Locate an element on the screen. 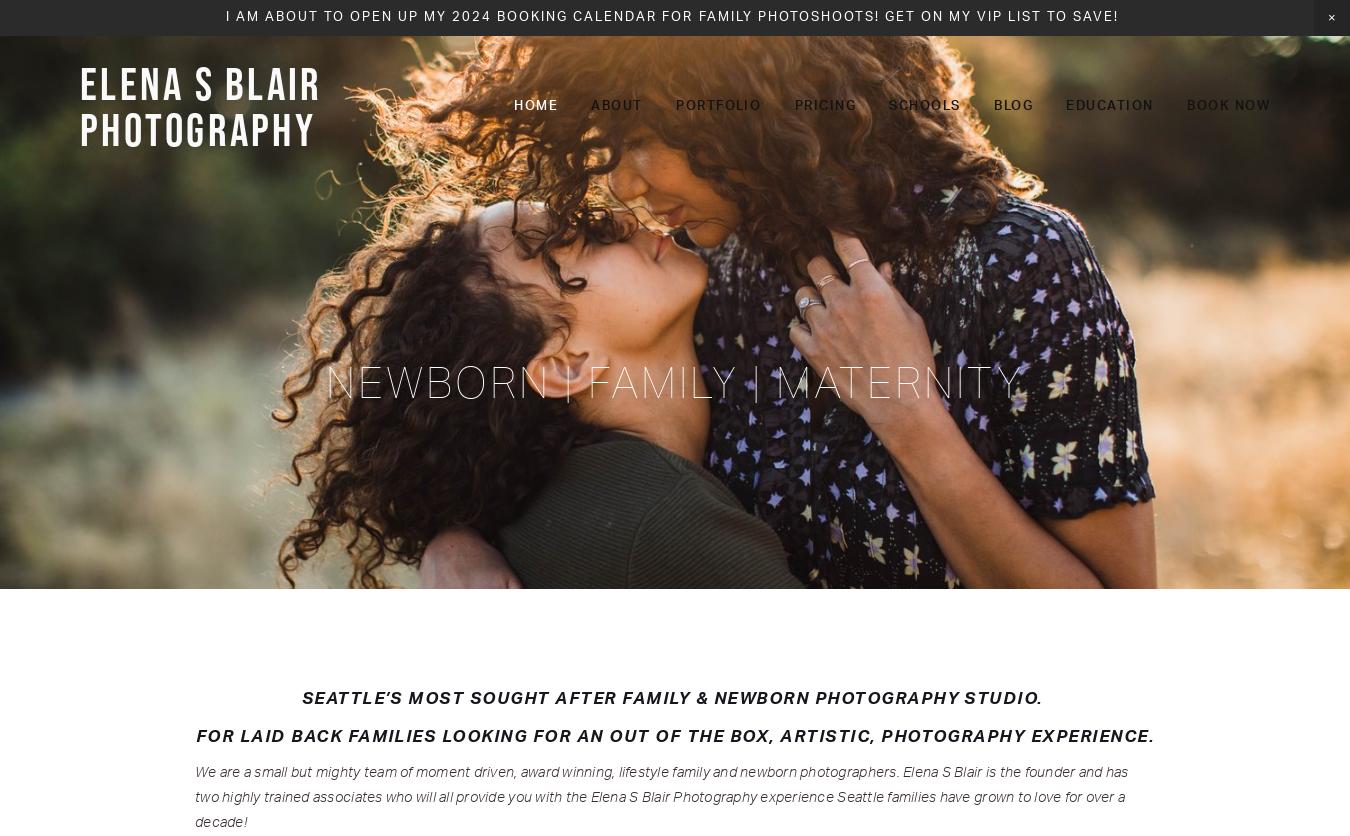  'Portfolio' is located at coordinates (717, 105).